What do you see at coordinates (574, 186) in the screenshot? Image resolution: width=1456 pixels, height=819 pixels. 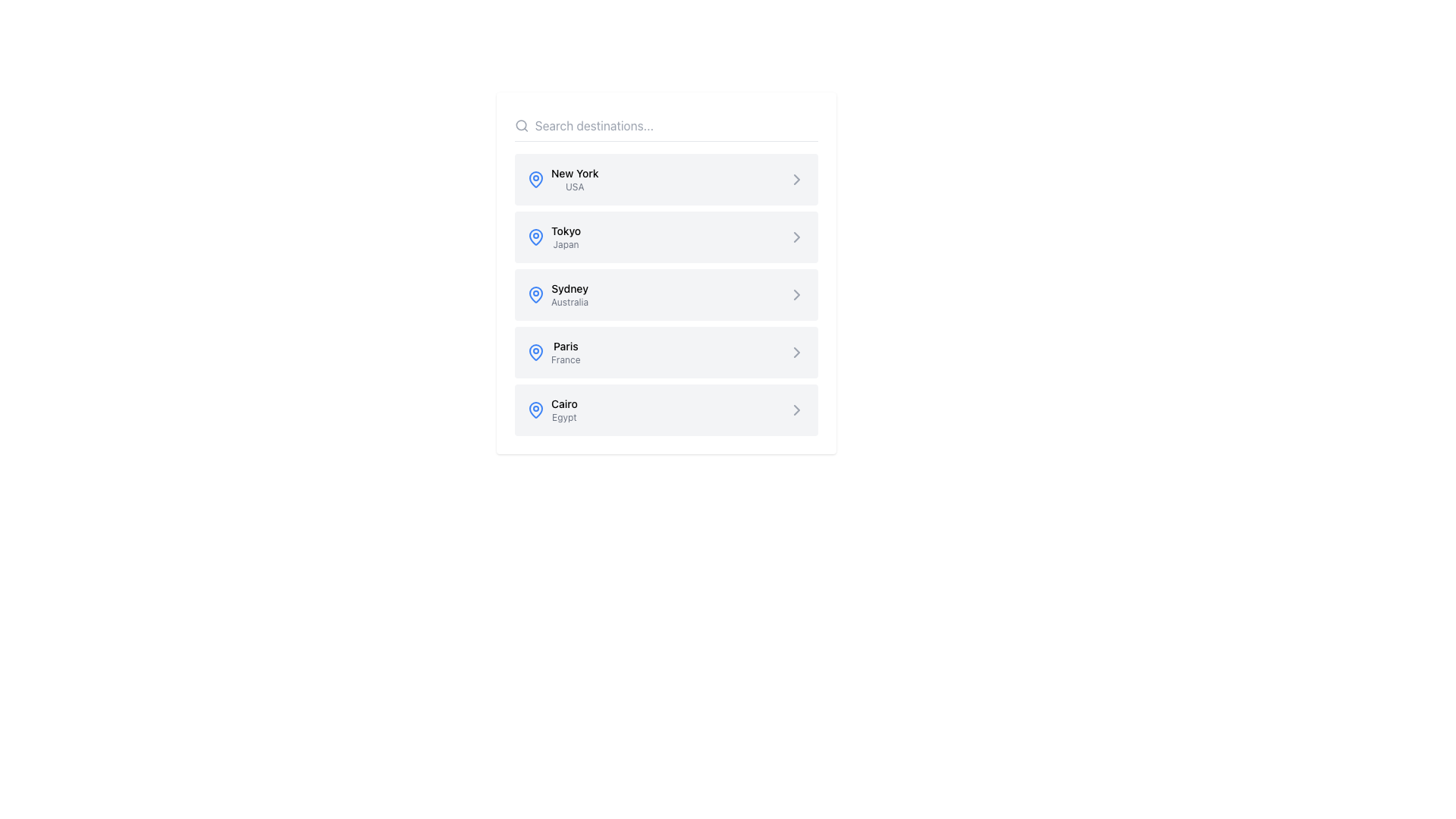 I see `the text label displaying 'USA', which is in small, gray-colored font and located beneath 'New York' in the top-left section of the interface` at bounding box center [574, 186].